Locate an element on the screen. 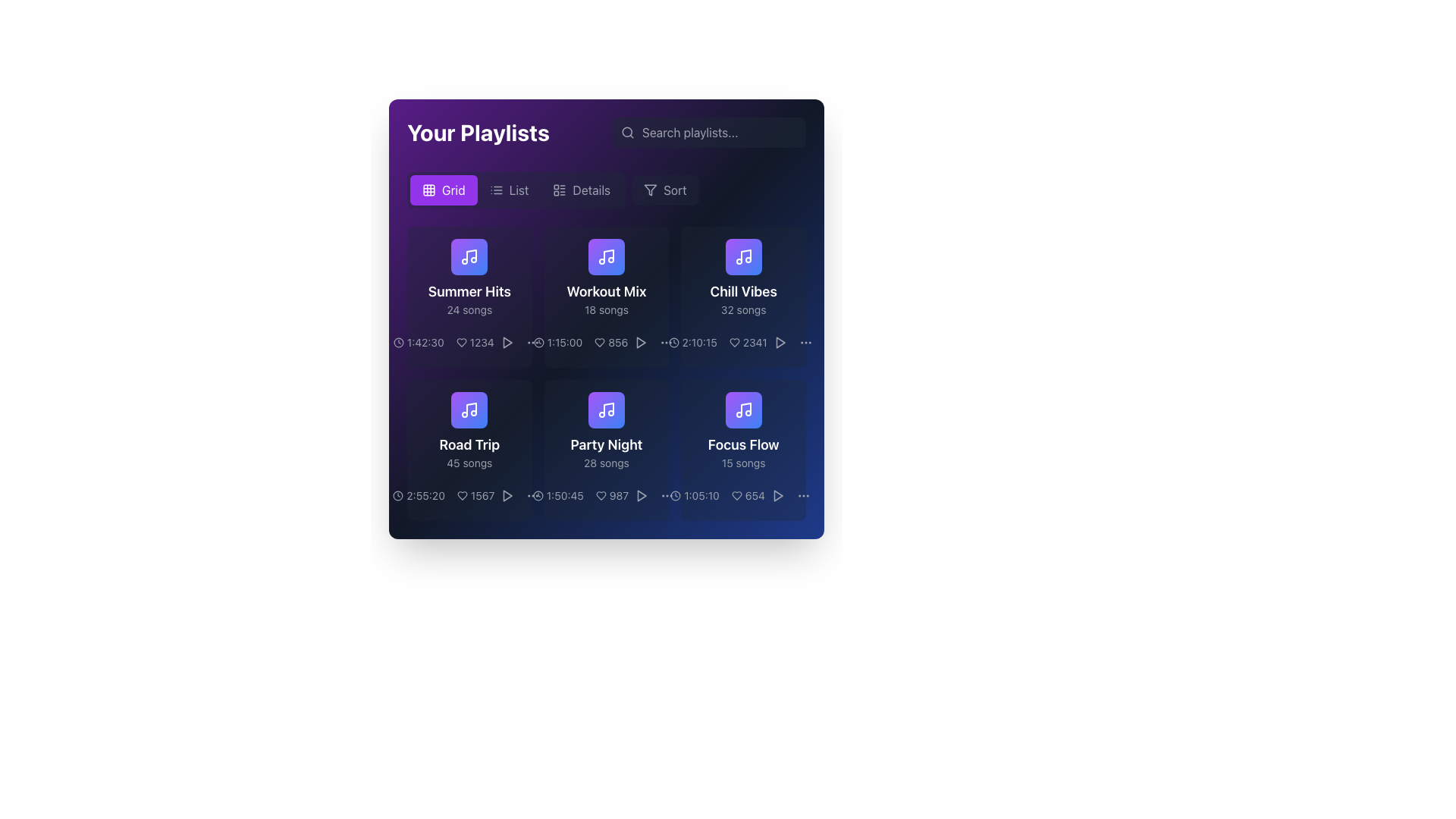 This screenshot has width=1456, height=819. the prominent textual header labeled 'Your Playlists', which is displayed in large, bold, white font against a gradient purple background, positioned at the top-left area of the content box is located at coordinates (477, 131).